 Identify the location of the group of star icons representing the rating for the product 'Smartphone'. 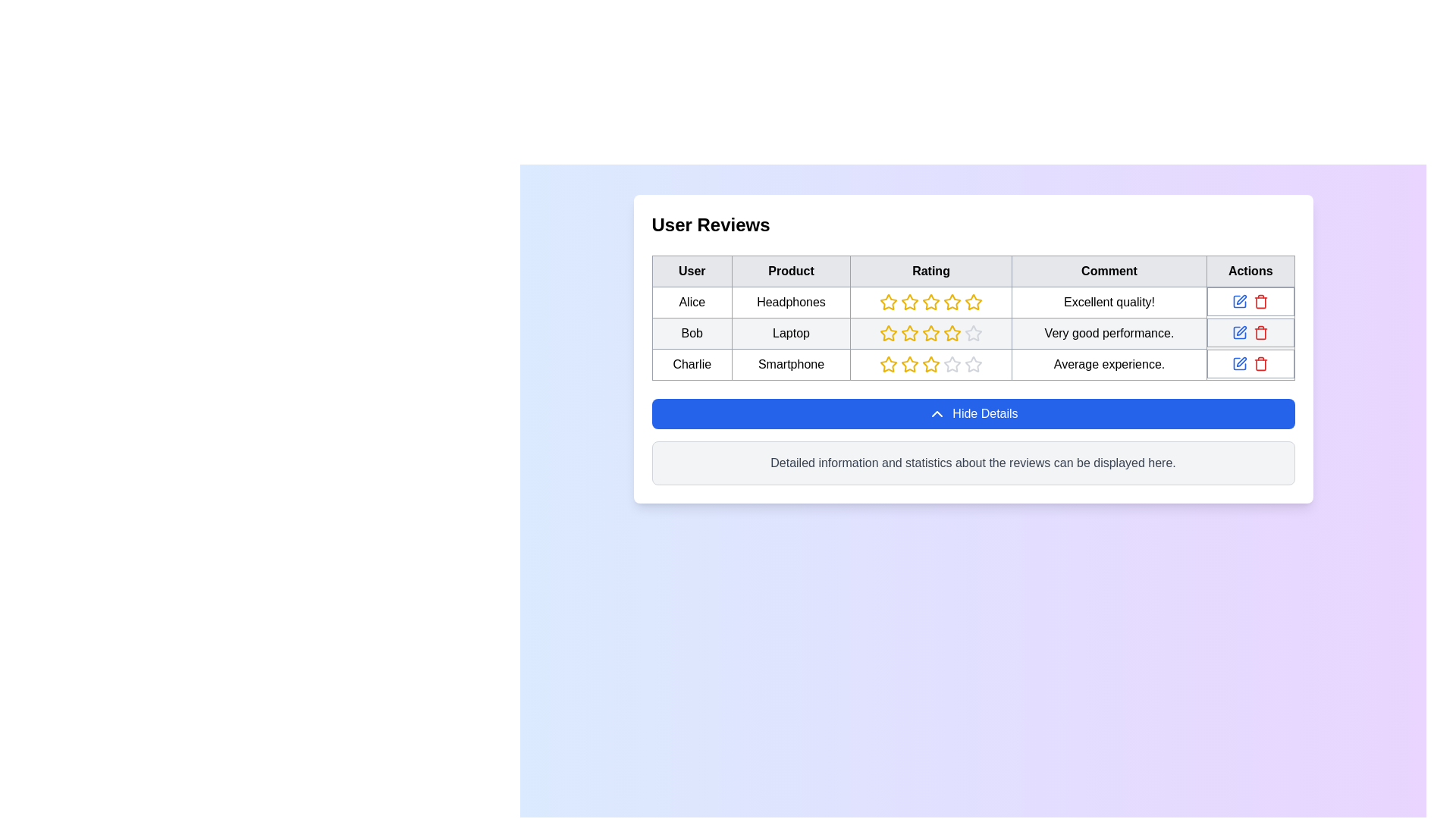
(930, 365).